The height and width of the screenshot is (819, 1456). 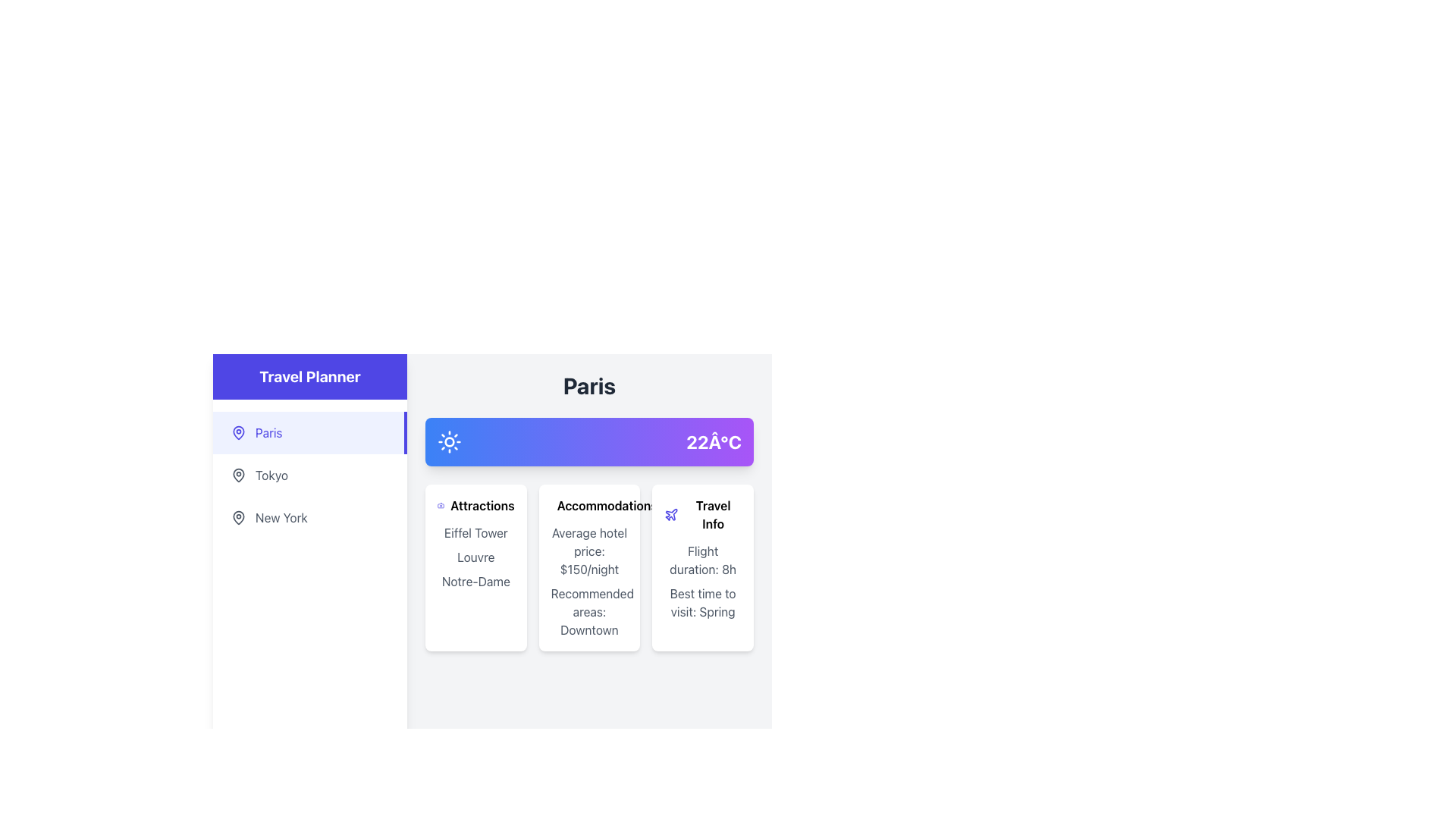 I want to click on the map pin icon located to the left of the text 'Paris', so click(x=238, y=432).